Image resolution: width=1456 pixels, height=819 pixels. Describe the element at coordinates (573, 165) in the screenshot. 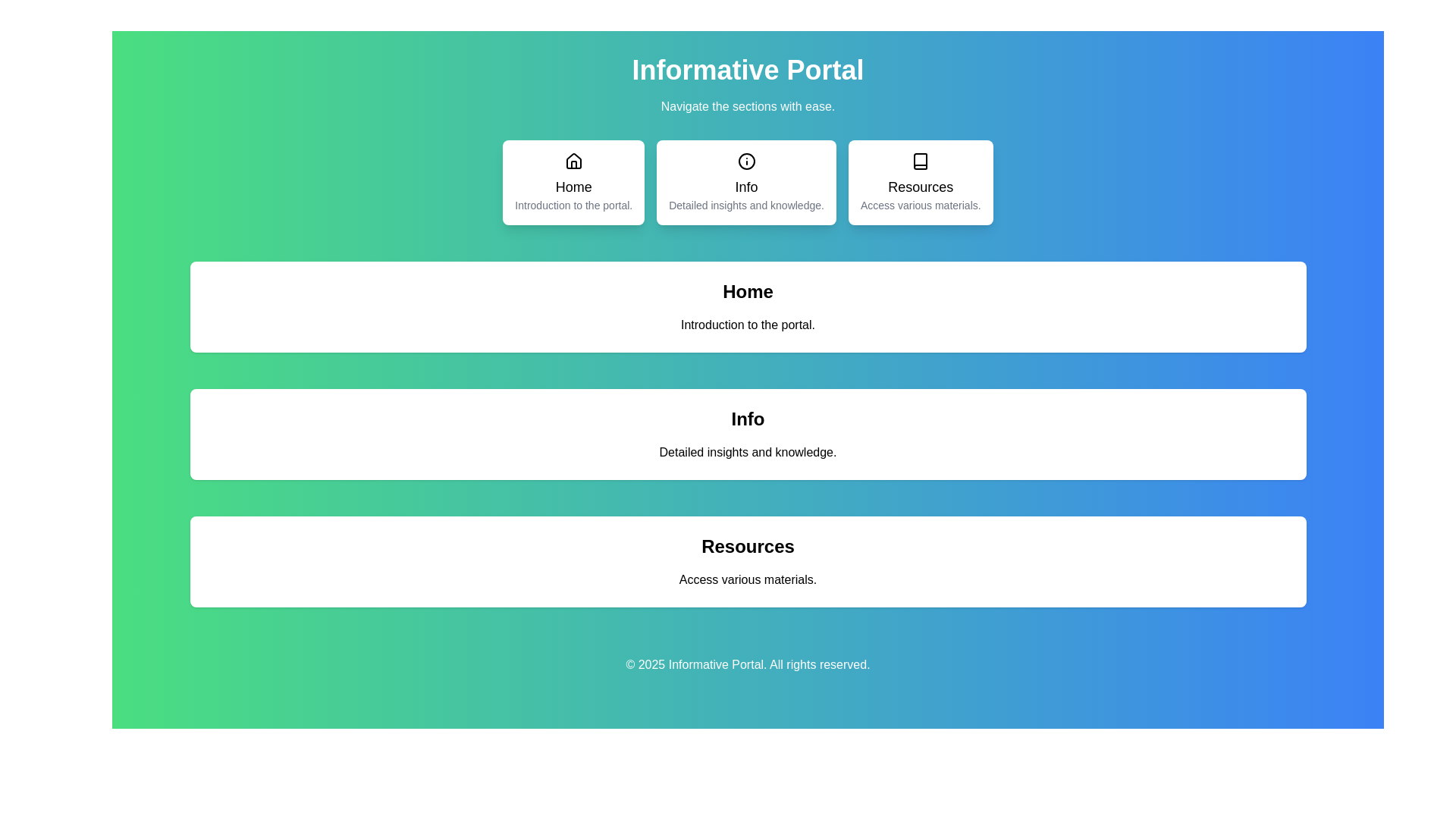

I see `the vertical bar representing the door within the house-shaped icon, which is the first icon in the top navigation bar` at that location.